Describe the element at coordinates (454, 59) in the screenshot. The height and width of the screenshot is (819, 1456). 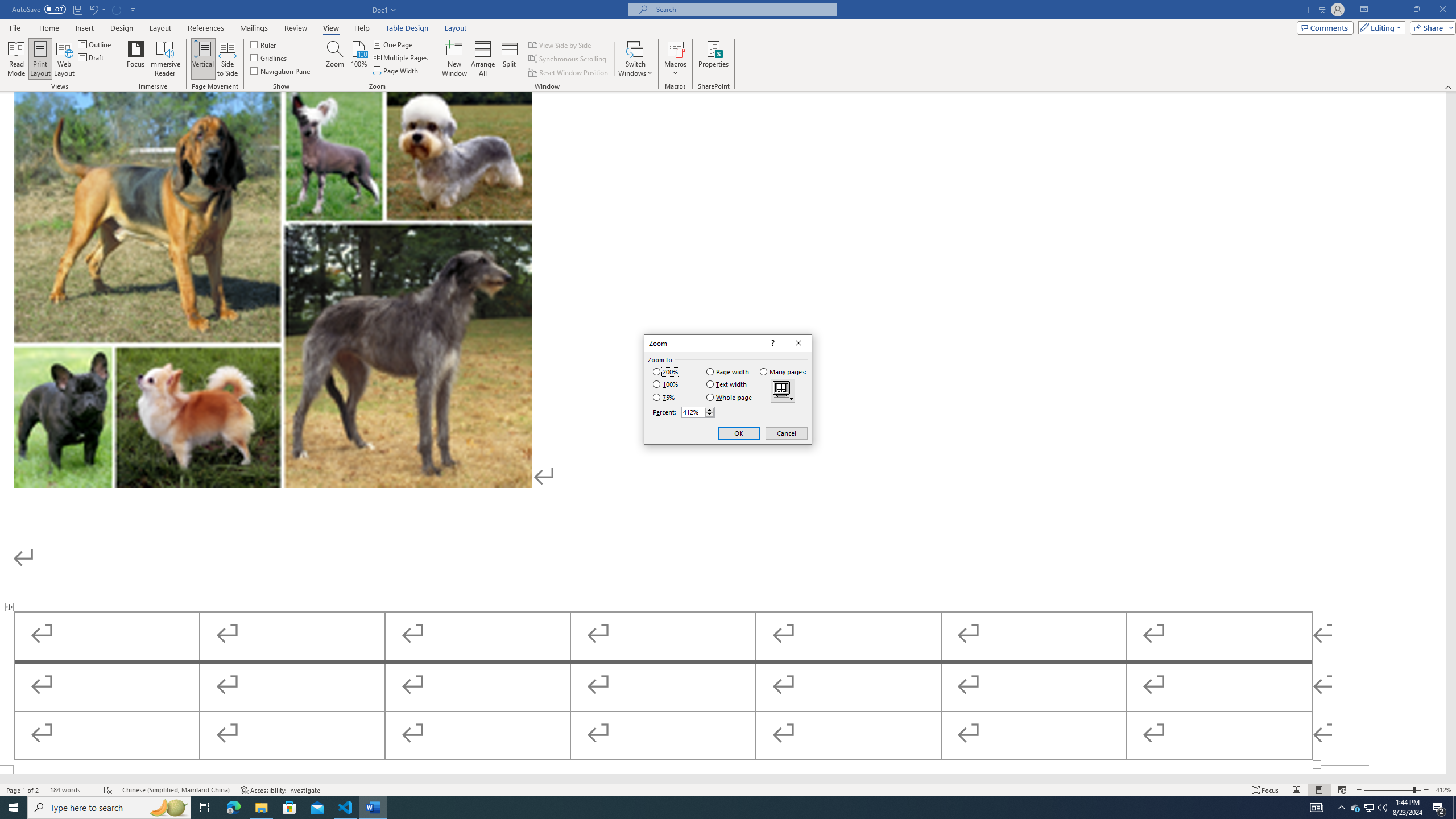
I see `'New Window'` at that location.